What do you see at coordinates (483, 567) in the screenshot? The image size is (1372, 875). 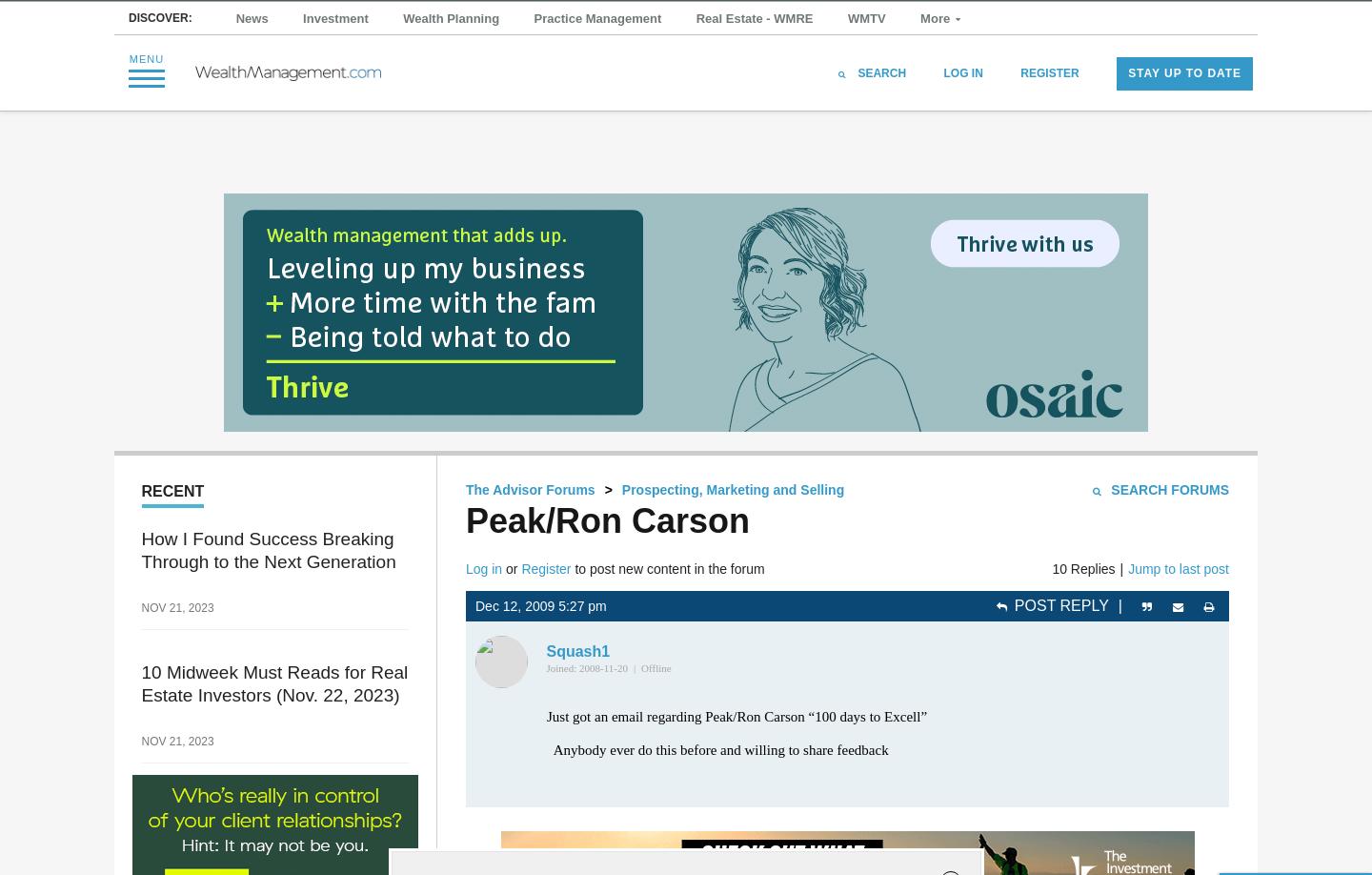 I see `'Log in'` at bounding box center [483, 567].